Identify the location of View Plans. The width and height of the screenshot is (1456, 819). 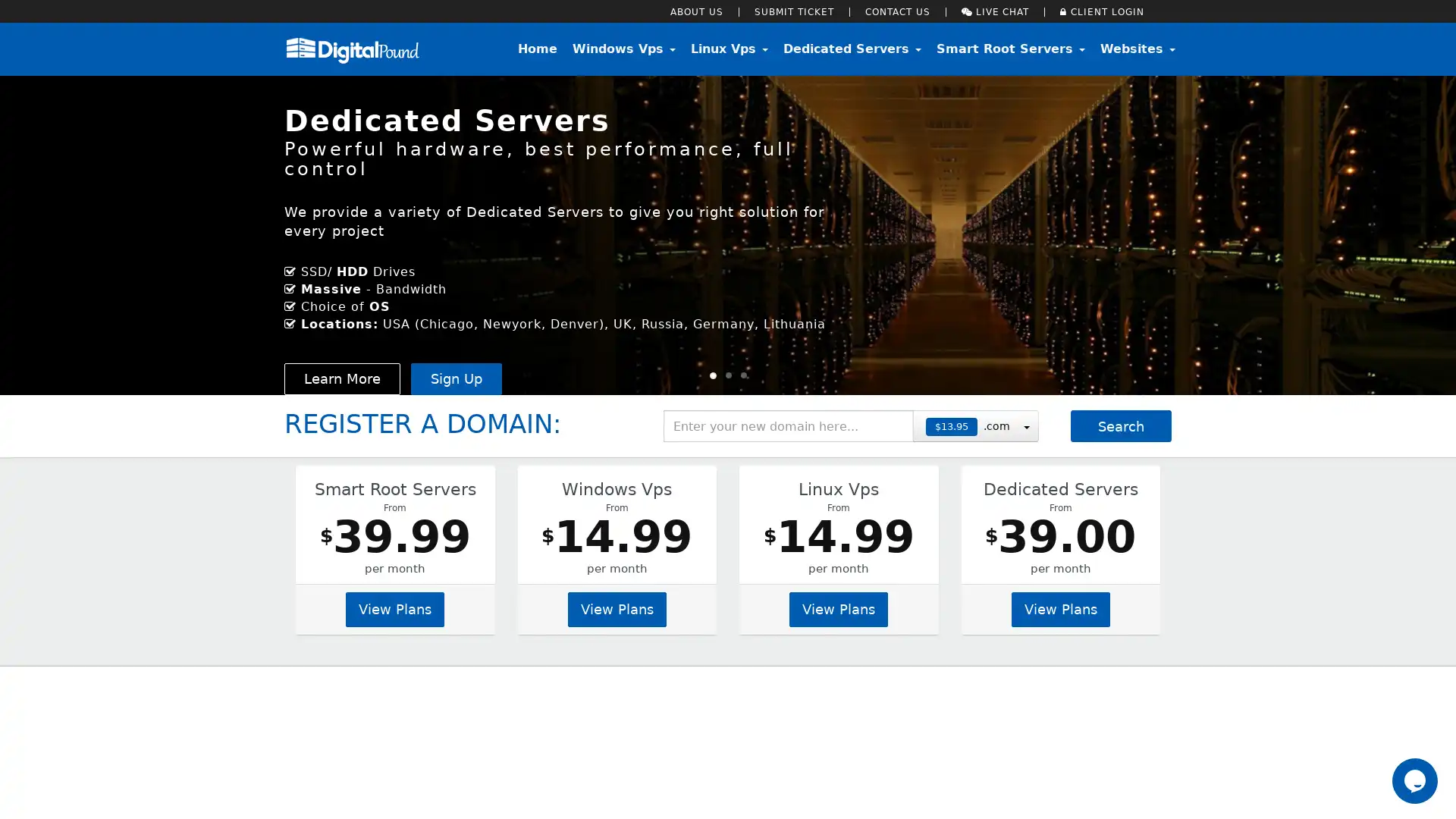
(1059, 607).